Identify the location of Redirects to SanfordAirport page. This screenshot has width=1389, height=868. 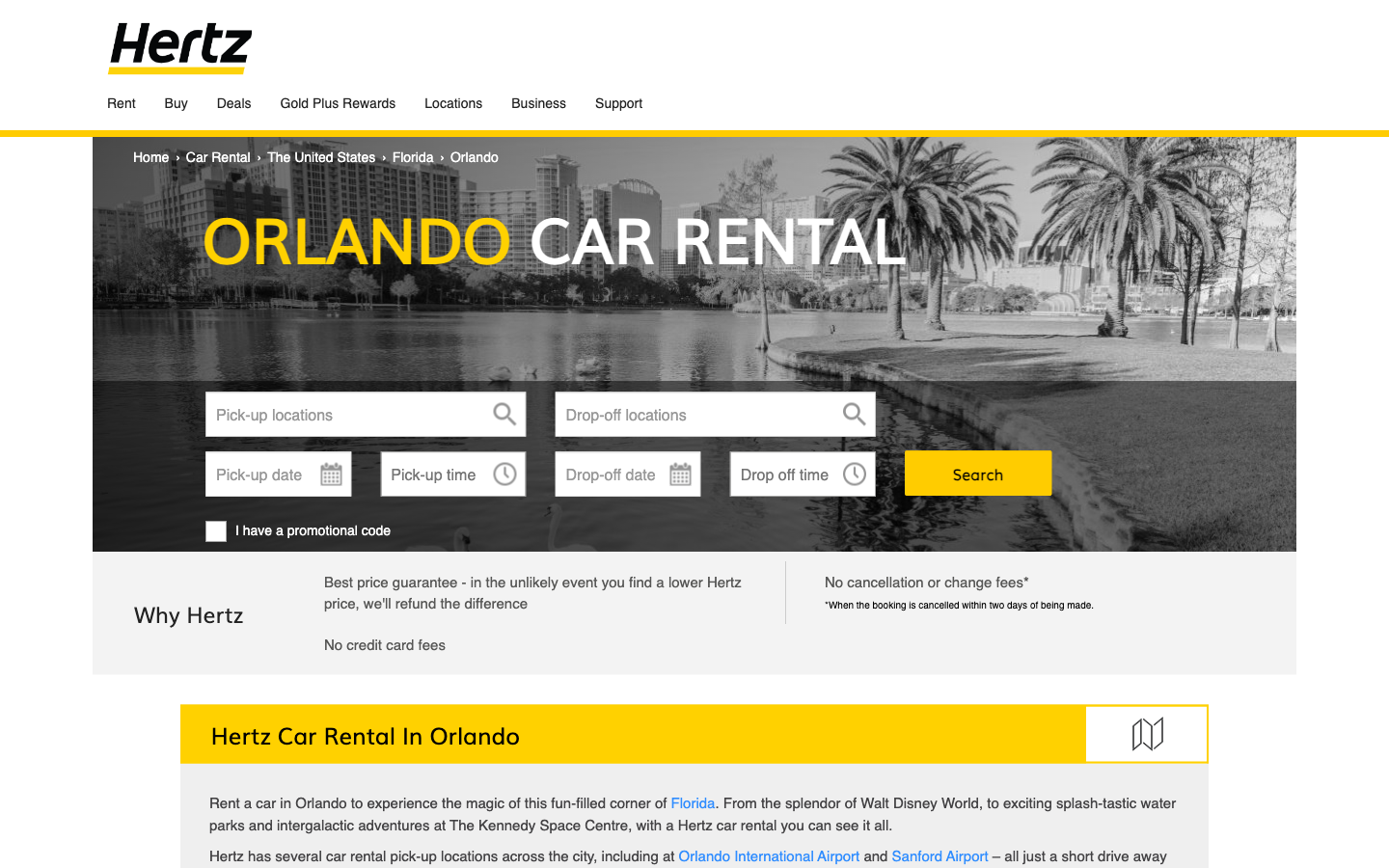
(940, 855).